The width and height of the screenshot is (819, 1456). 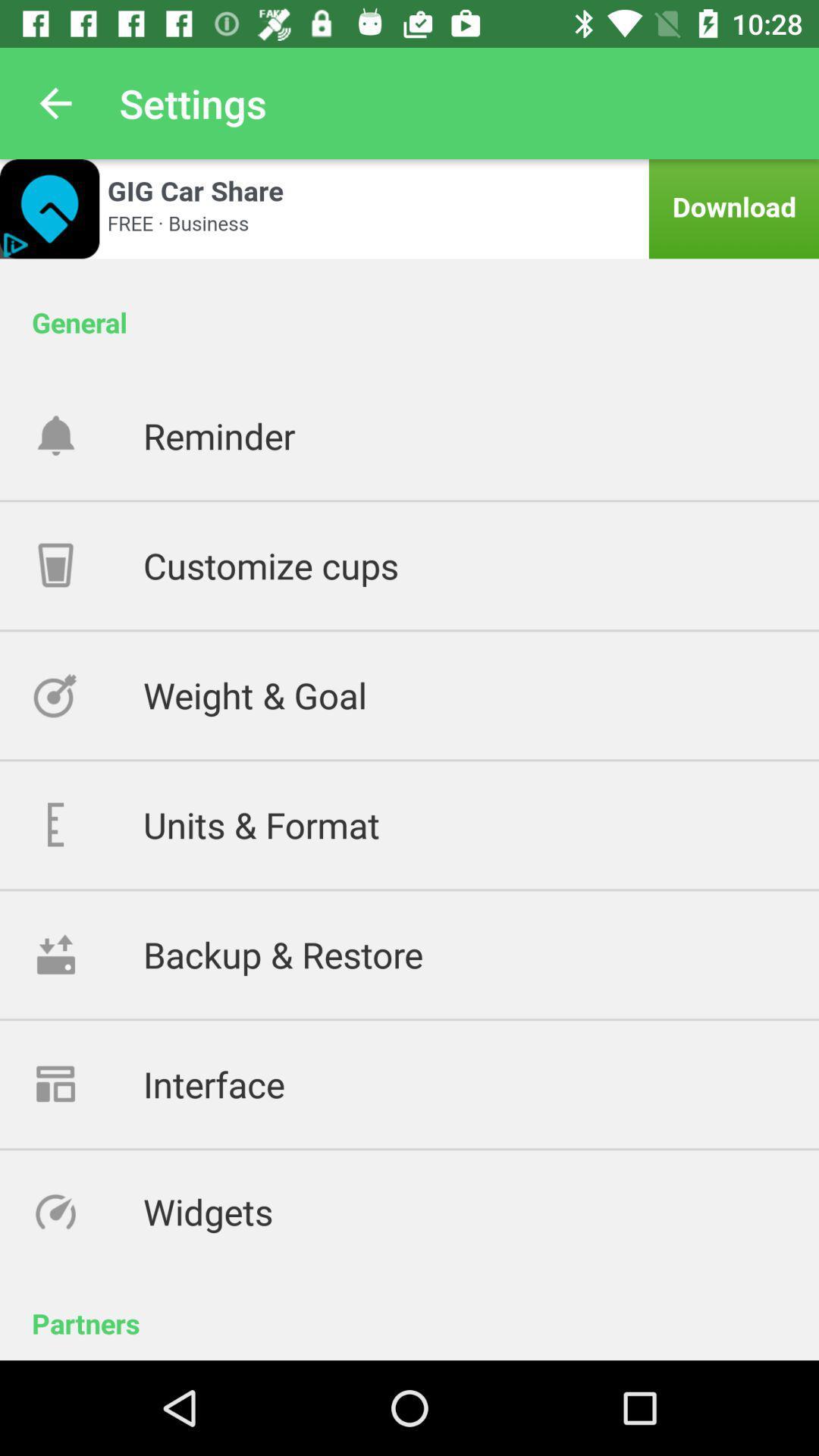 What do you see at coordinates (87, 824) in the screenshot?
I see `the icon on left to the button unitsformat on the web page` at bounding box center [87, 824].